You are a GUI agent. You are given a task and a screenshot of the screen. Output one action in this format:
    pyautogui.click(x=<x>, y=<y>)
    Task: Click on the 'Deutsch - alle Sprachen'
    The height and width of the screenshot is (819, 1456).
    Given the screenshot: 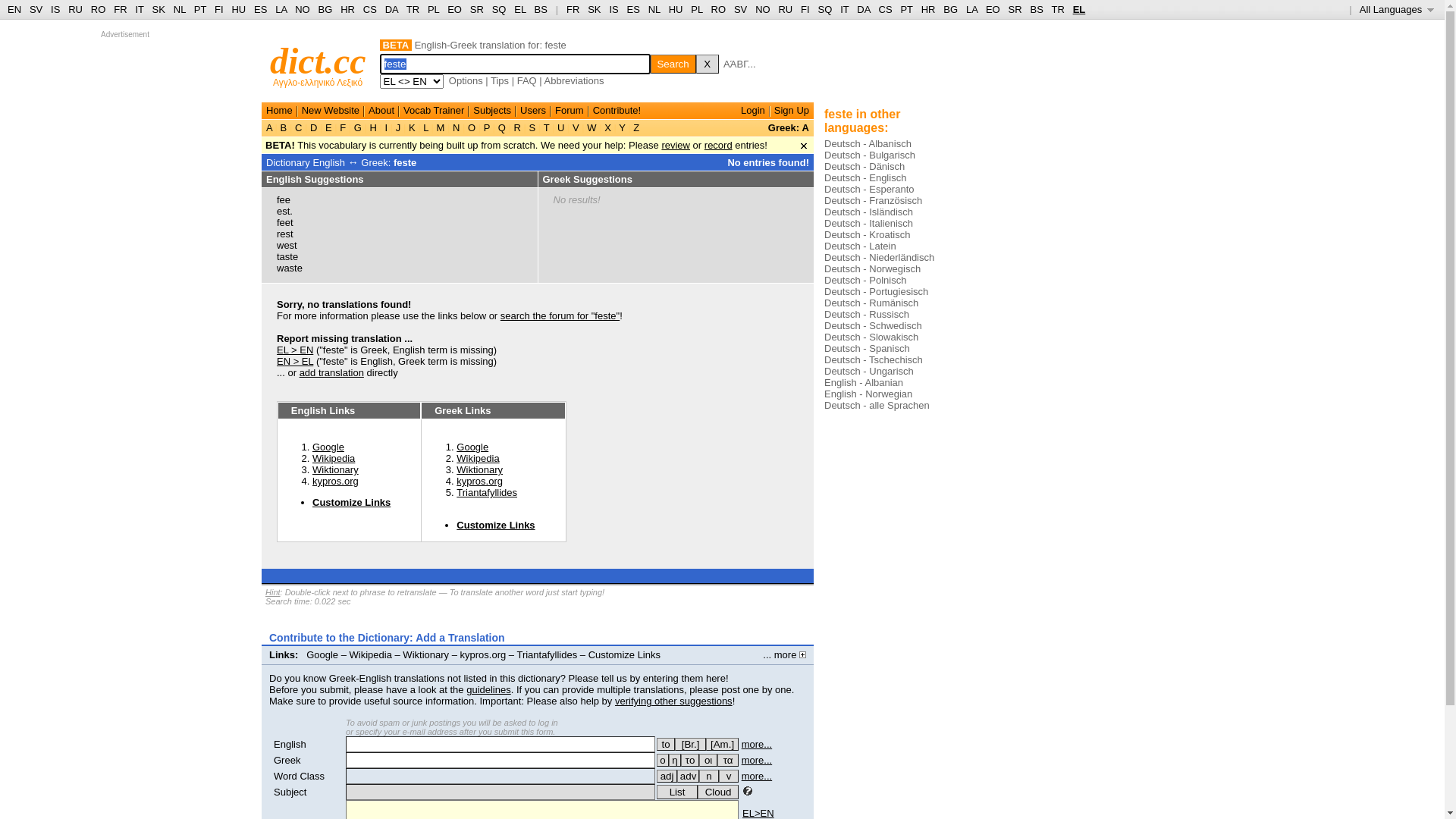 What is the action you would take?
    pyautogui.click(x=877, y=404)
    